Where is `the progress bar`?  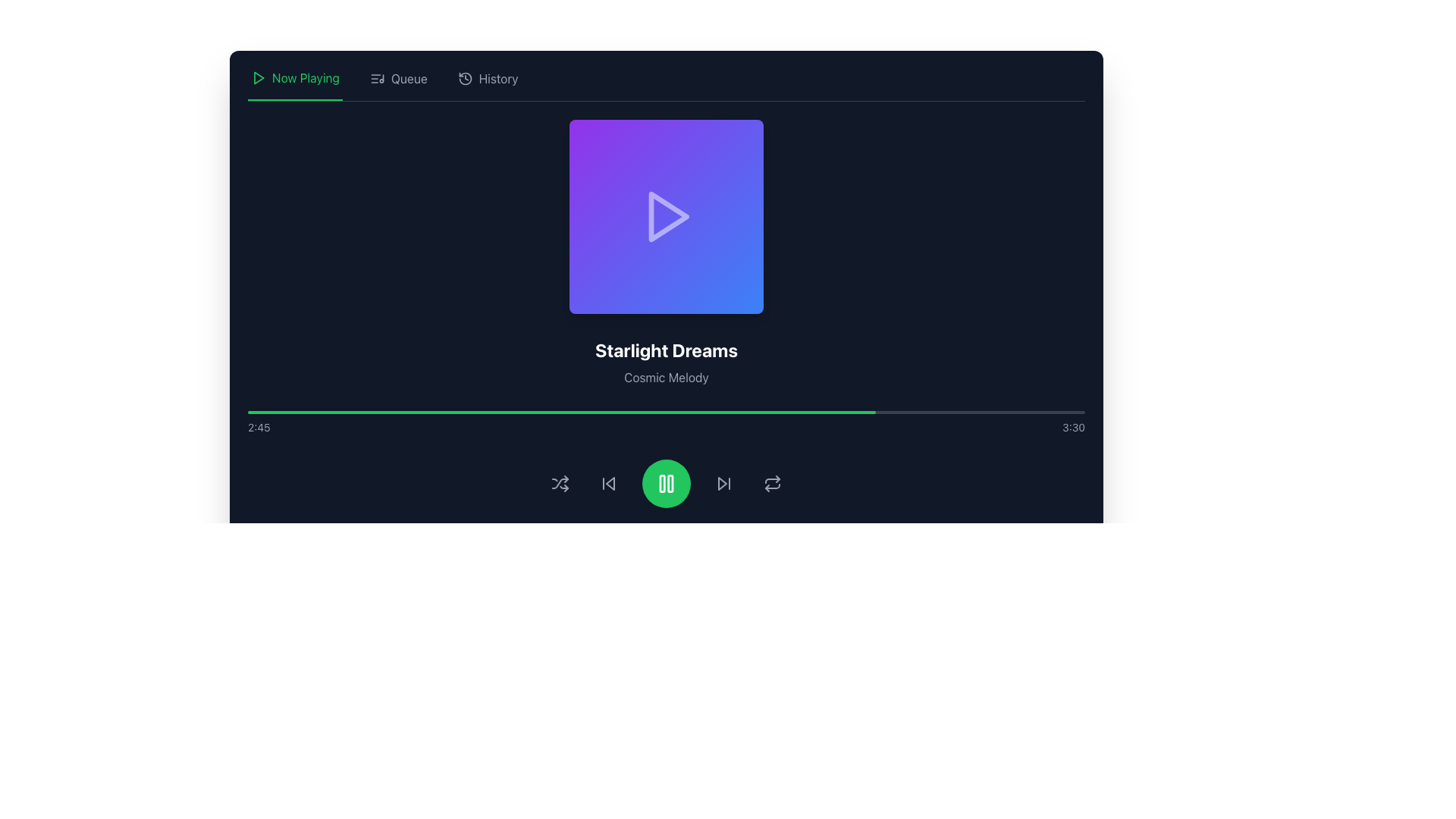 the progress bar is located at coordinates (934, 412).